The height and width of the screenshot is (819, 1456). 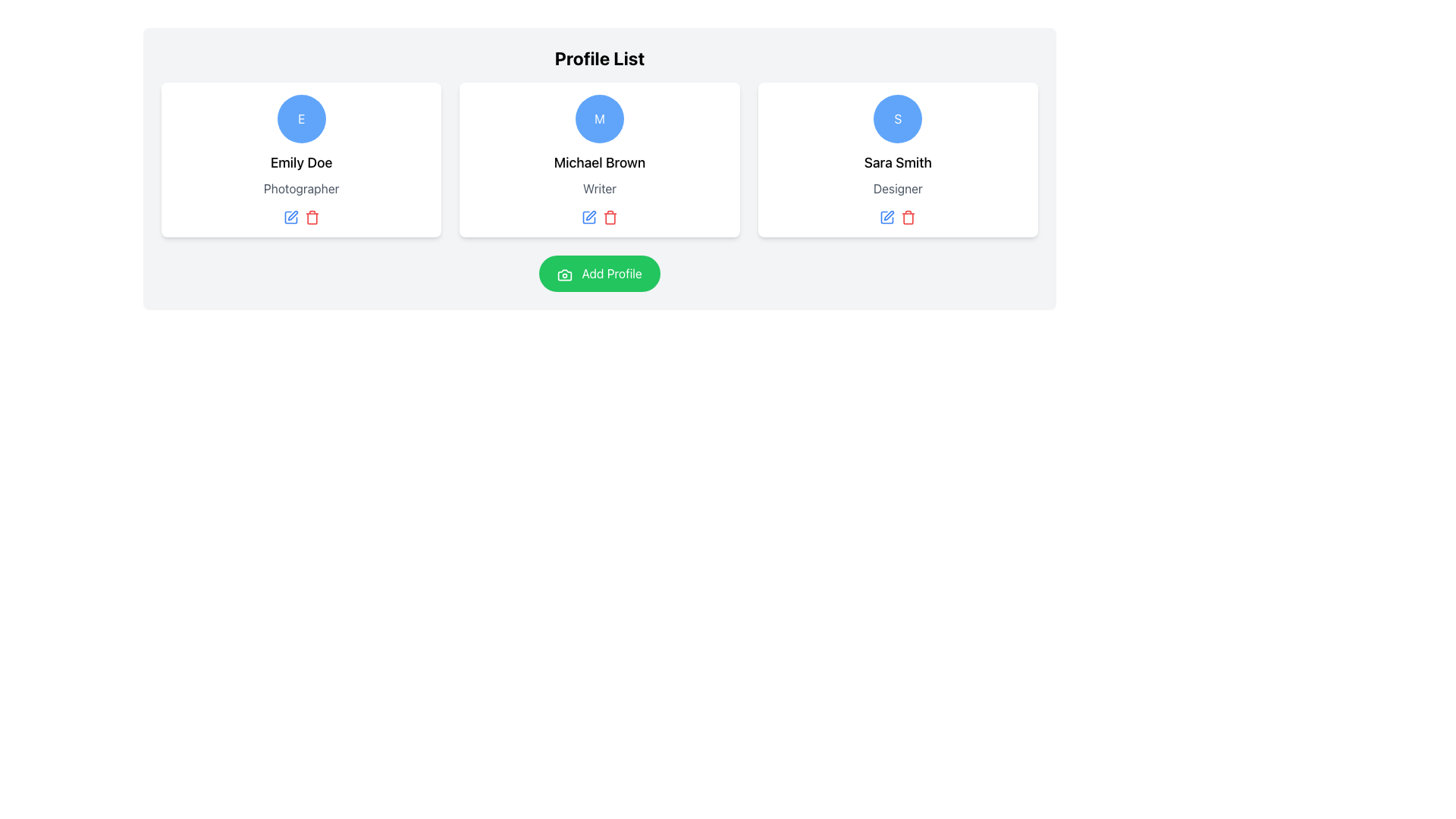 What do you see at coordinates (311, 218) in the screenshot?
I see `the red trash can icon button located at the bottom-right corner of the 'Emily Doe' profile card` at bounding box center [311, 218].